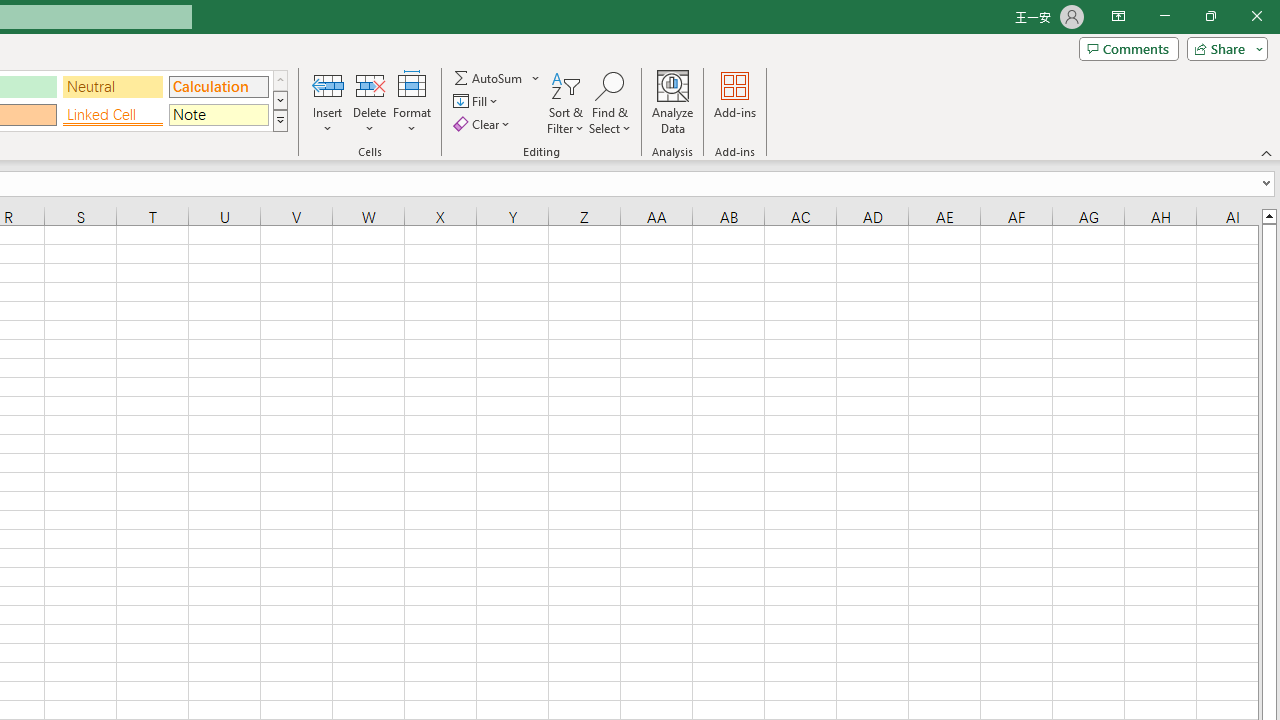 Image resolution: width=1280 pixels, height=720 pixels. Describe the element at coordinates (218, 85) in the screenshot. I see `'Calculation'` at that location.